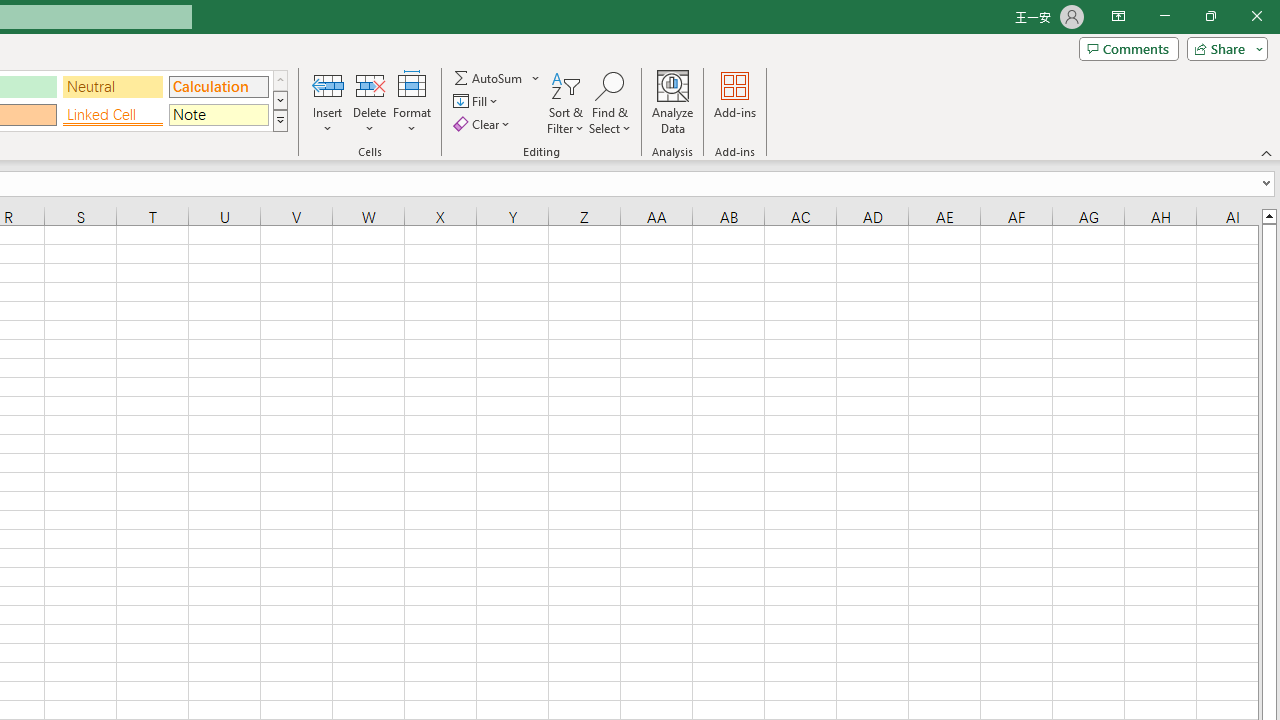 Image resolution: width=1280 pixels, height=720 pixels. Describe the element at coordinates (218, 85) in the screenshot. I see `'Calculation'` at that location.